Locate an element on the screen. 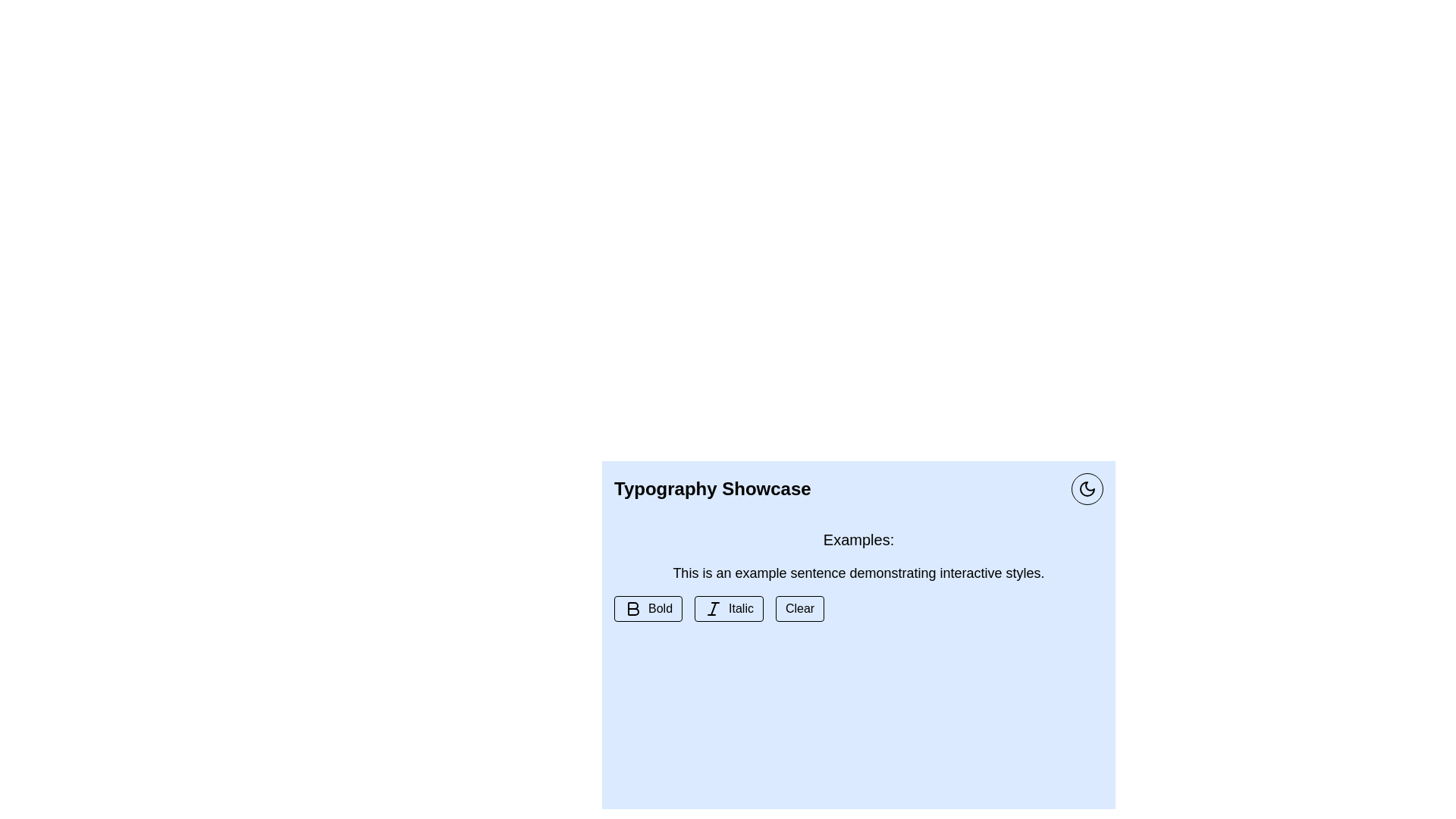  the circular button with a crescent moon icon located at the top-right corner of the header section containing 'Typography Showcase' is located at coordinates (1087, 488).